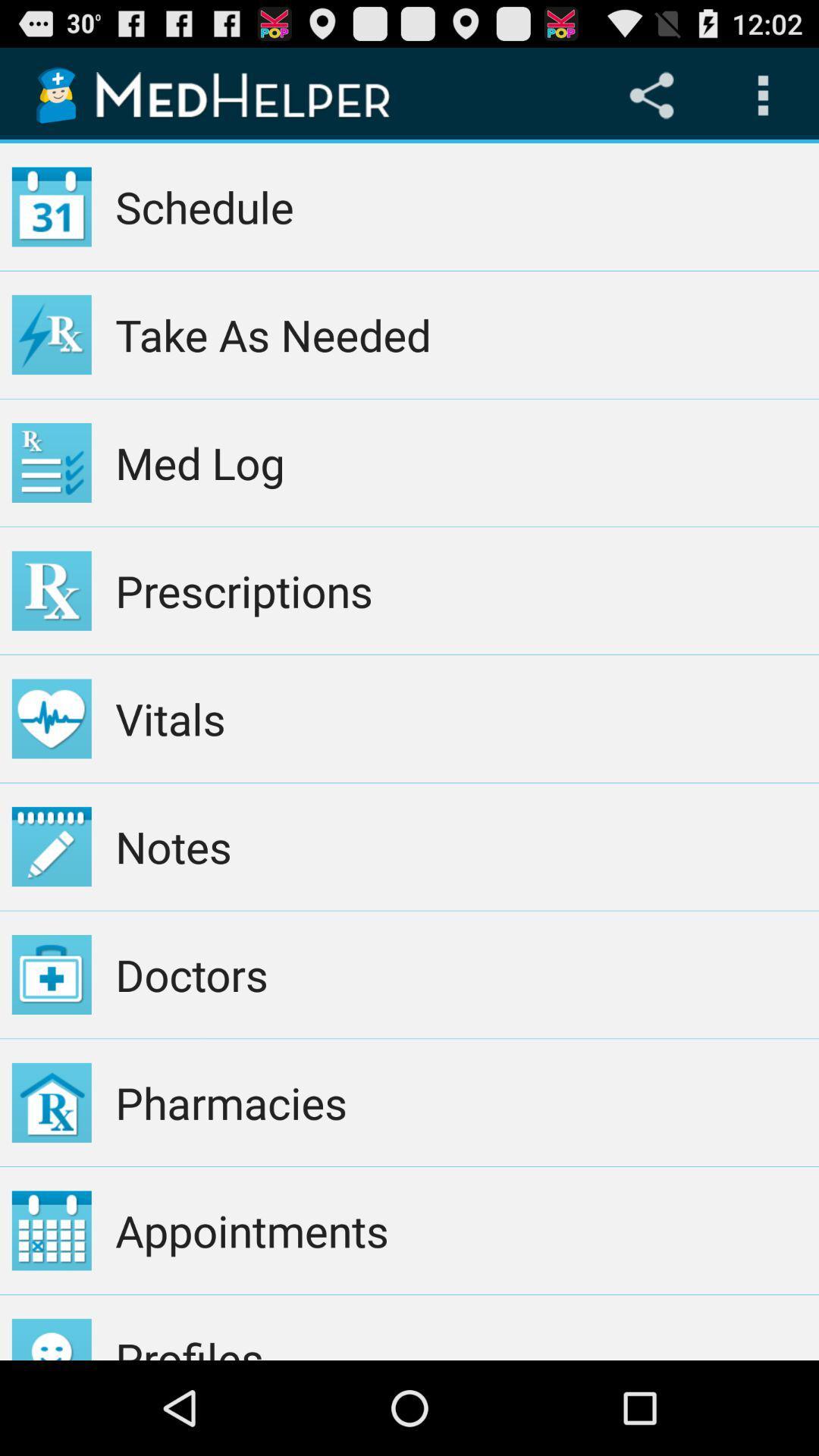 The image size is (819, 1456). I want to click on the med log, so click(460, 462).